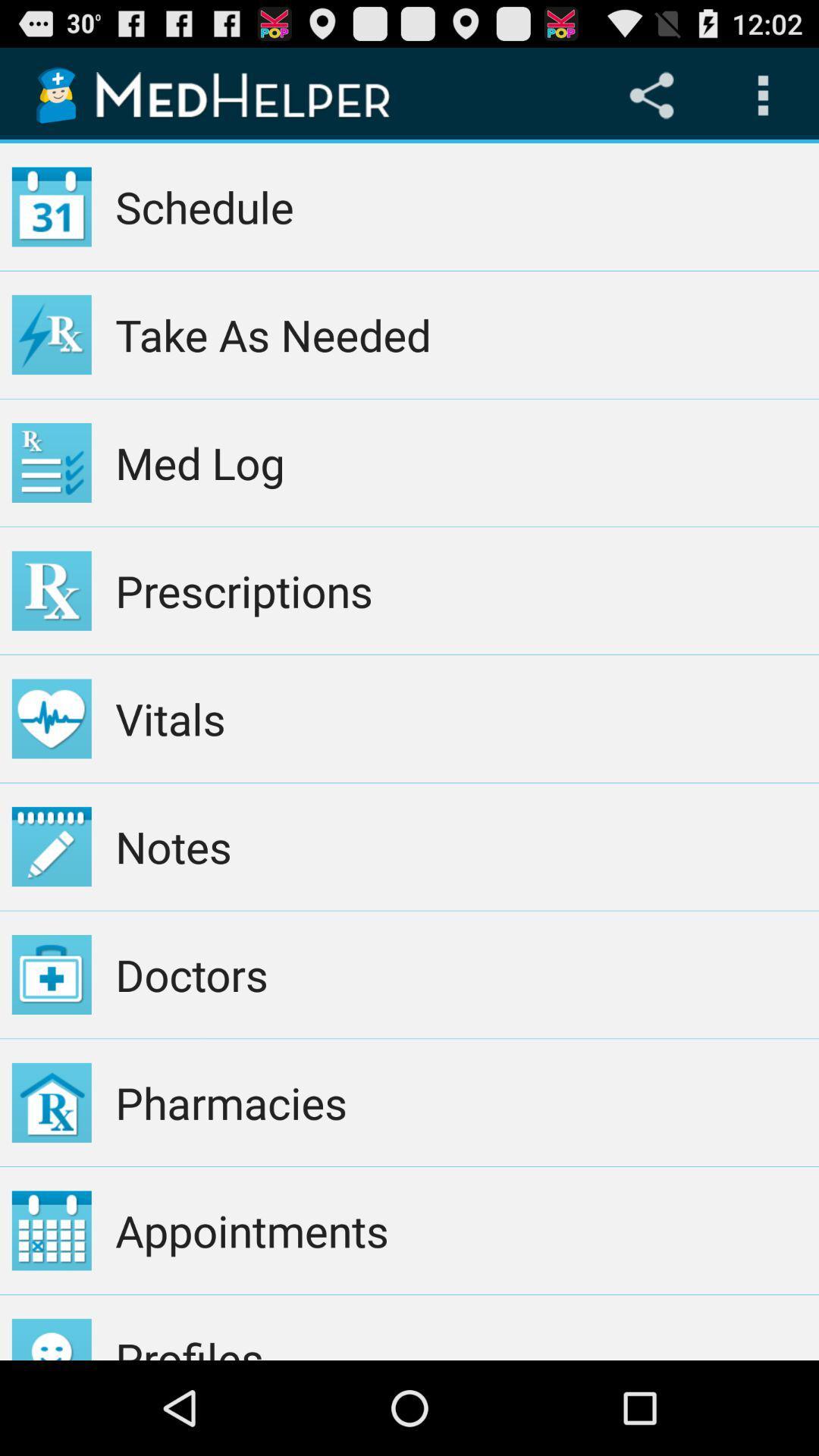 The image size is (819, 1456). I want to click on the med log, so click(460, 462).